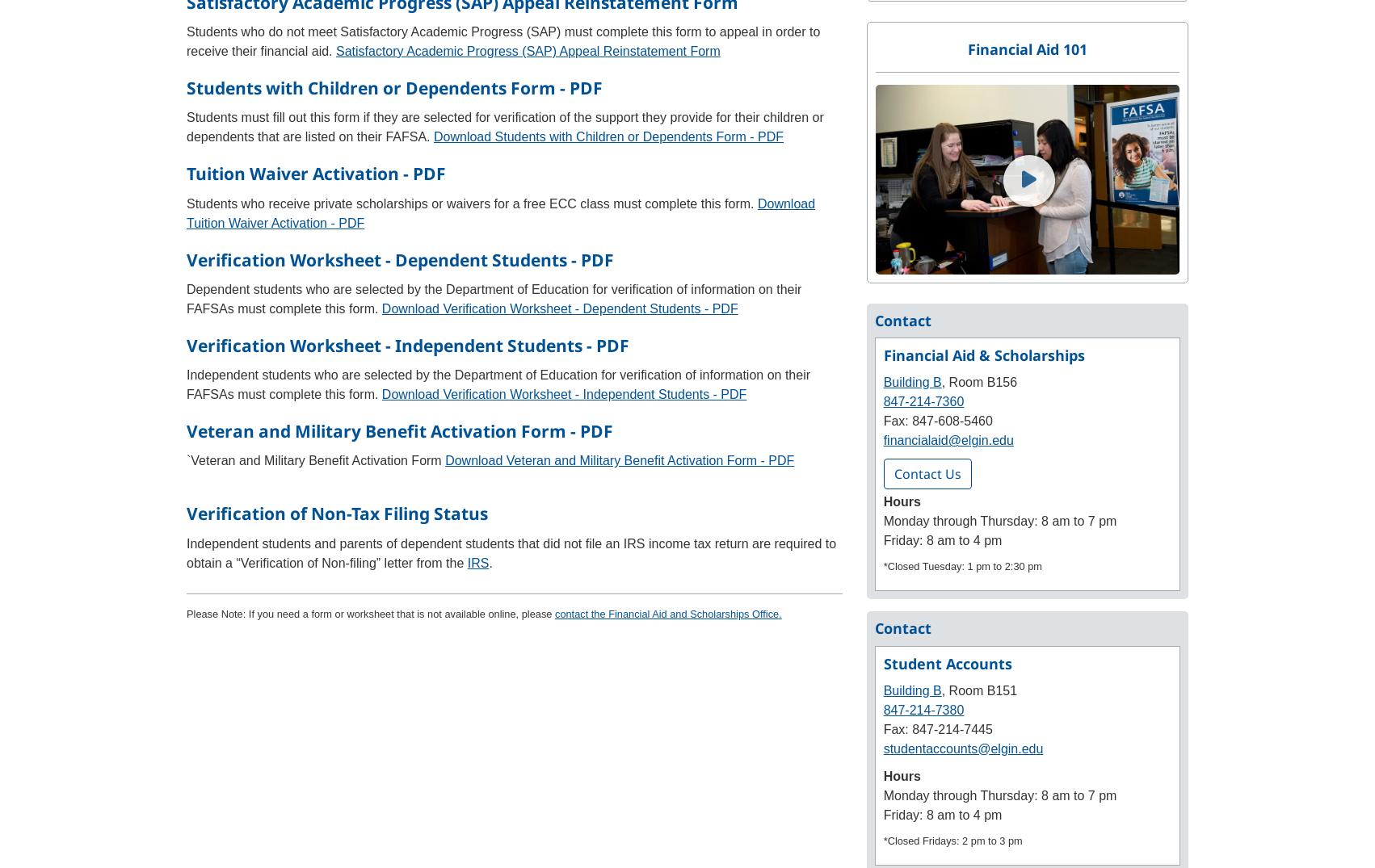  Describe the element at coordinates (185, 384) in the screenshot. I see `'Independent students who are selected by the Department of Education for verification of information on their FAFSAs must complete this form.'` at that location.